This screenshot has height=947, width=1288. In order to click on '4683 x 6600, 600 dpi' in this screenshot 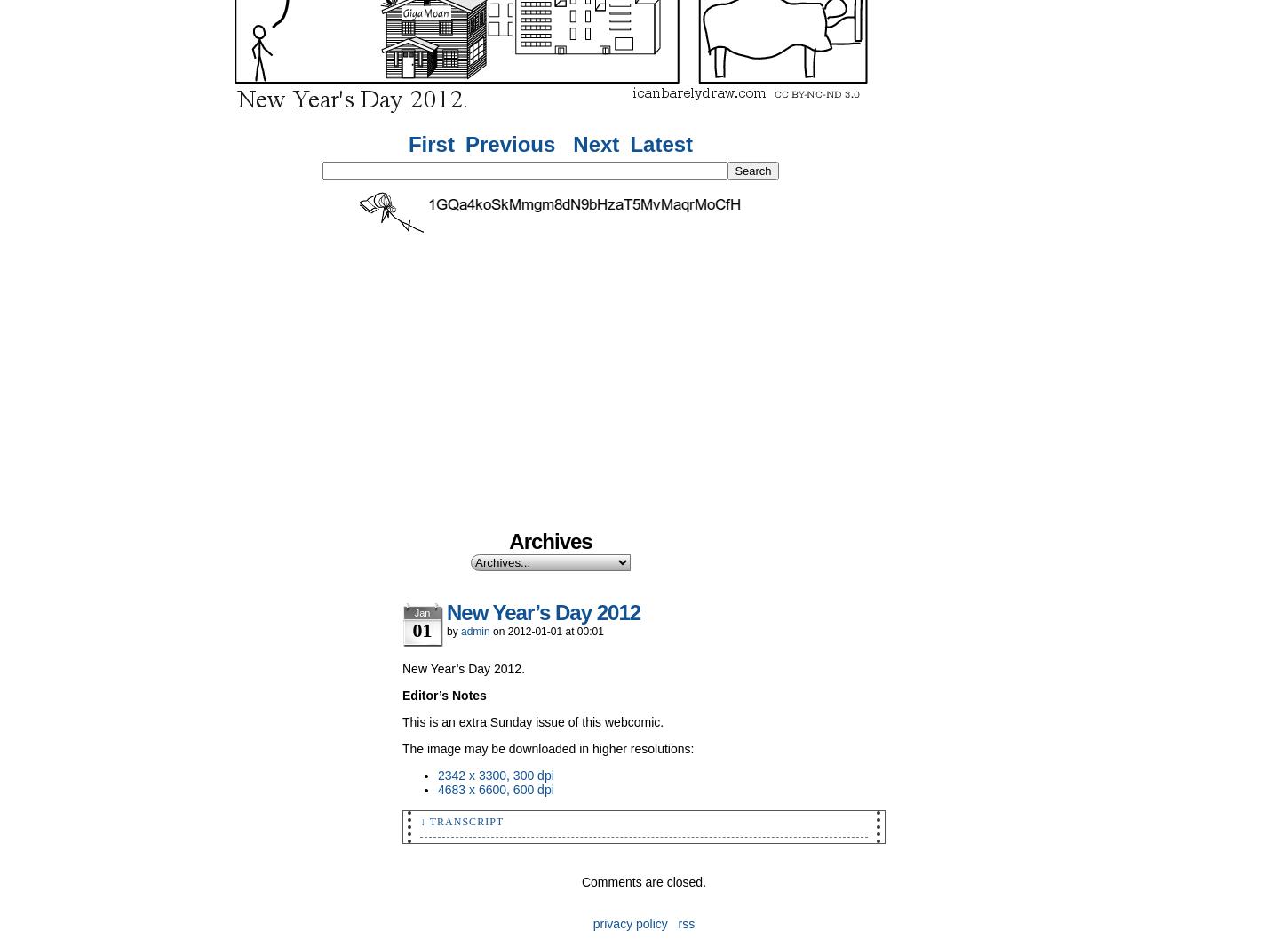, I will do `click(495, 790)`.